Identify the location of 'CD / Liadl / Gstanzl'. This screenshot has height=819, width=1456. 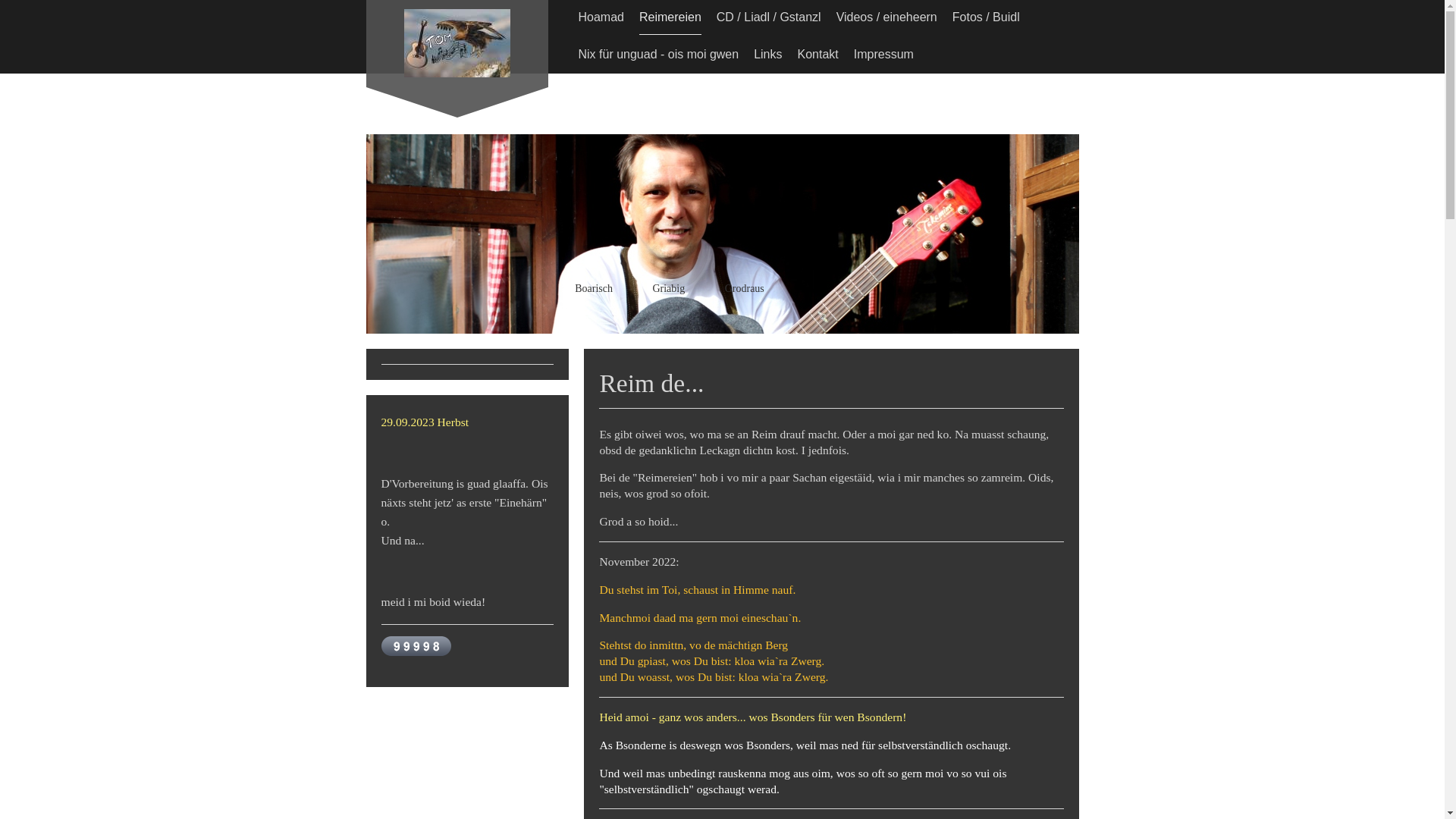
(768, 17).